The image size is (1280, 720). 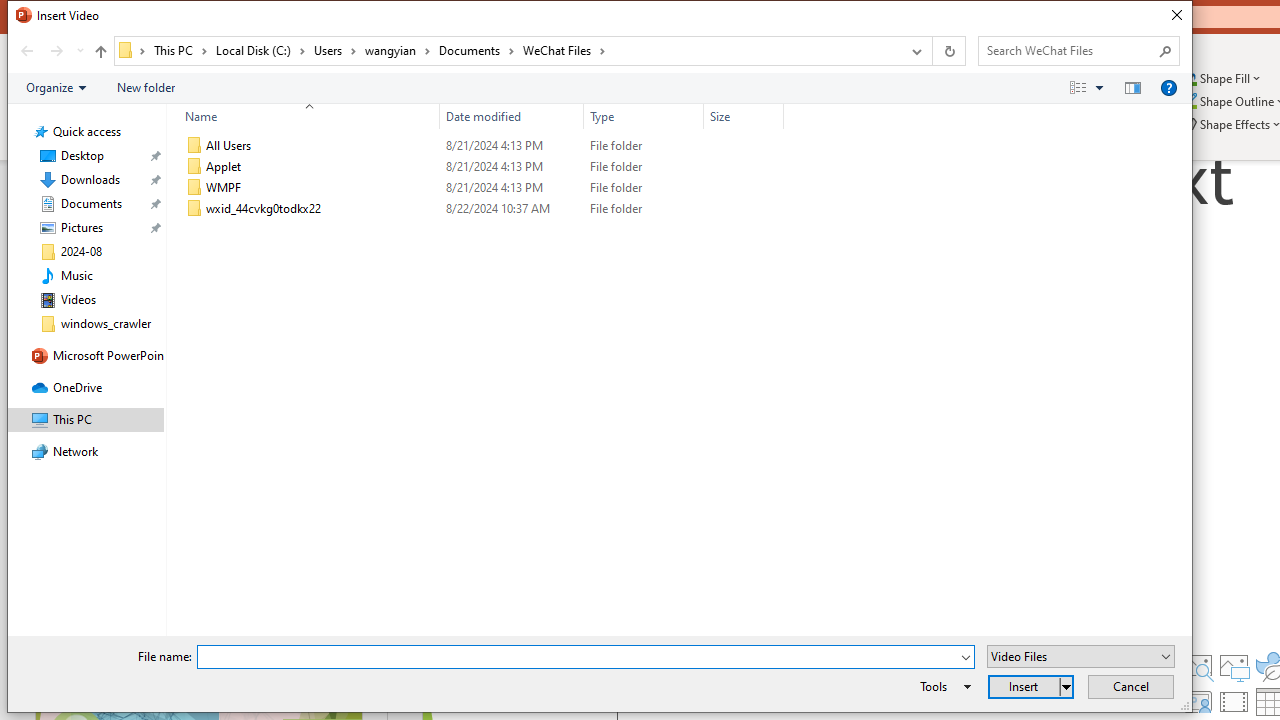 What do you see at coordinates (576, 657) in the screenshot?
I see `'File name:'` at bounding box center [576, 657].